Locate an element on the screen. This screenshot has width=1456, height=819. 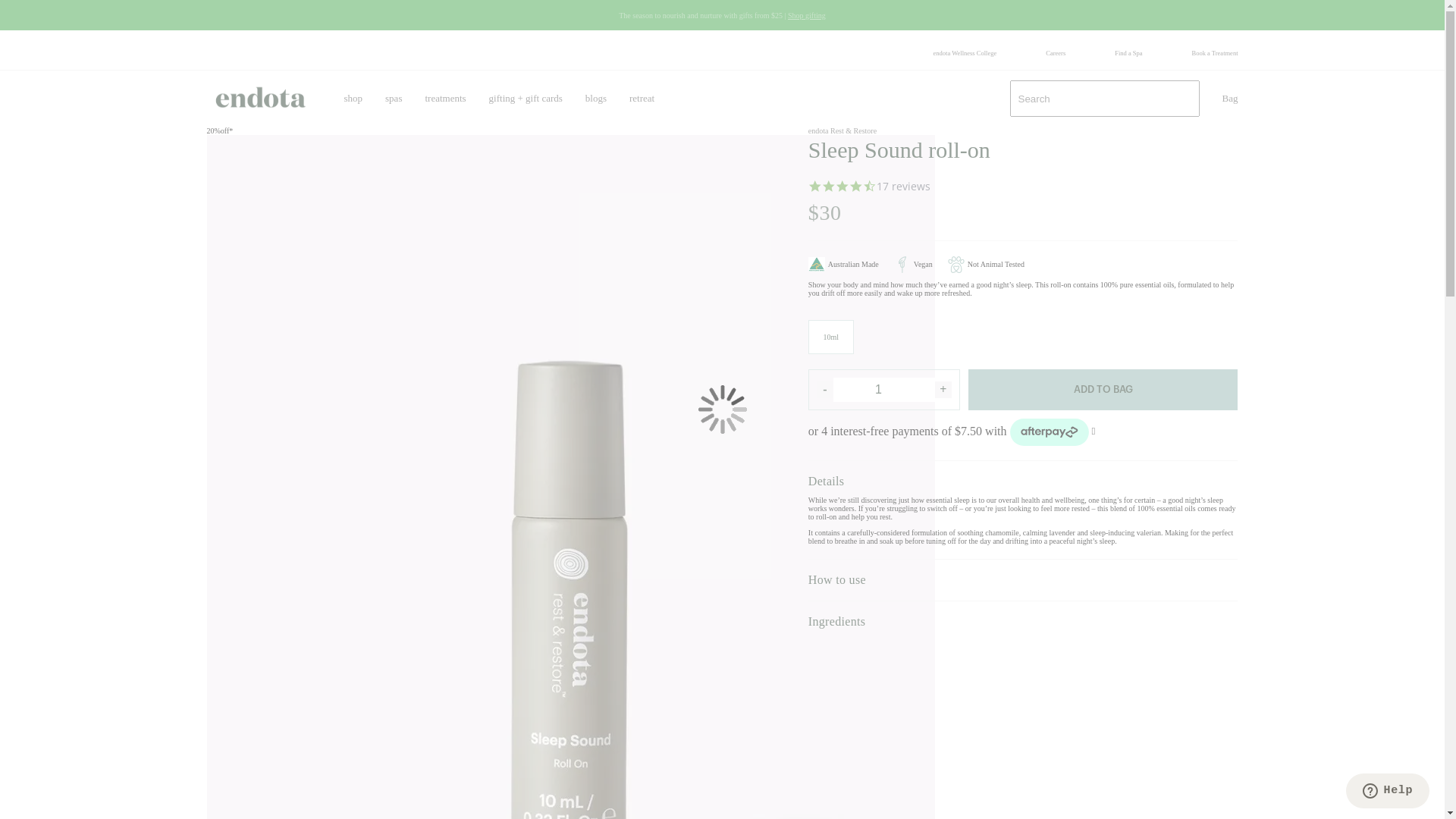
'spas' is located at coordinates (393, 99).